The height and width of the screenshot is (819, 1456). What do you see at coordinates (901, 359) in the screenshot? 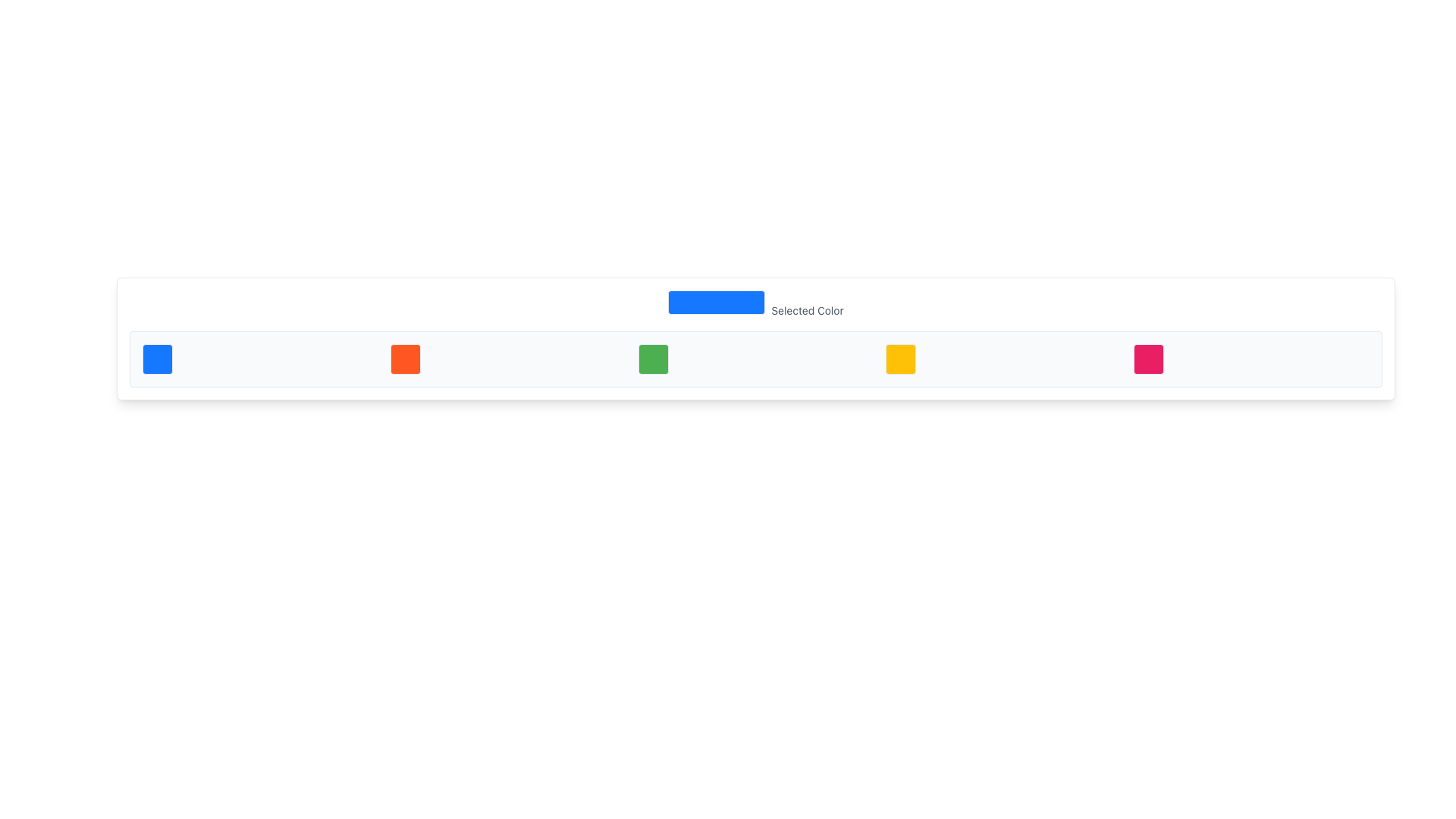
I see `the selectable color block element with a yellow background, positioned as the fourth item in a grid of five squares` at bounding box center [901, 359].